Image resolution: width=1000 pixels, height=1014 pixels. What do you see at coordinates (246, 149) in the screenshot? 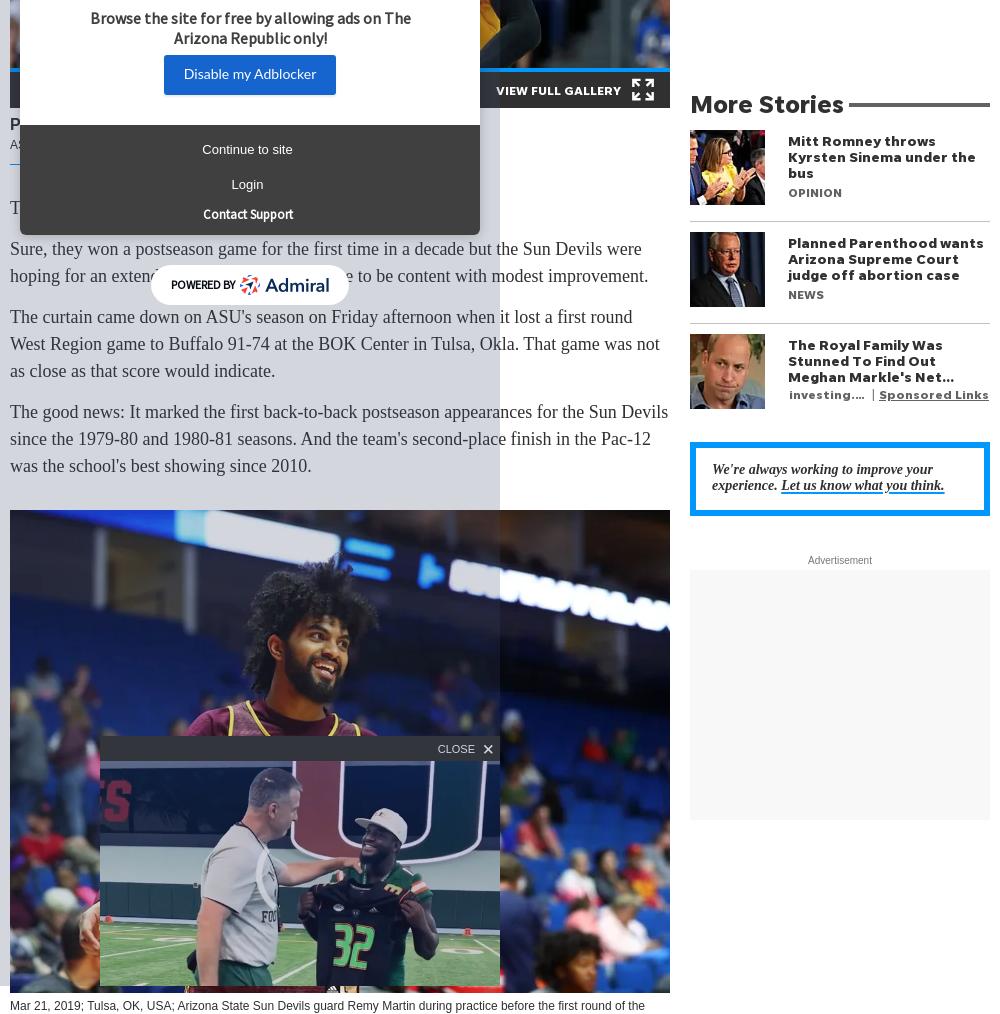
I see `'Continue to site'` at bounding box center [246, 149].